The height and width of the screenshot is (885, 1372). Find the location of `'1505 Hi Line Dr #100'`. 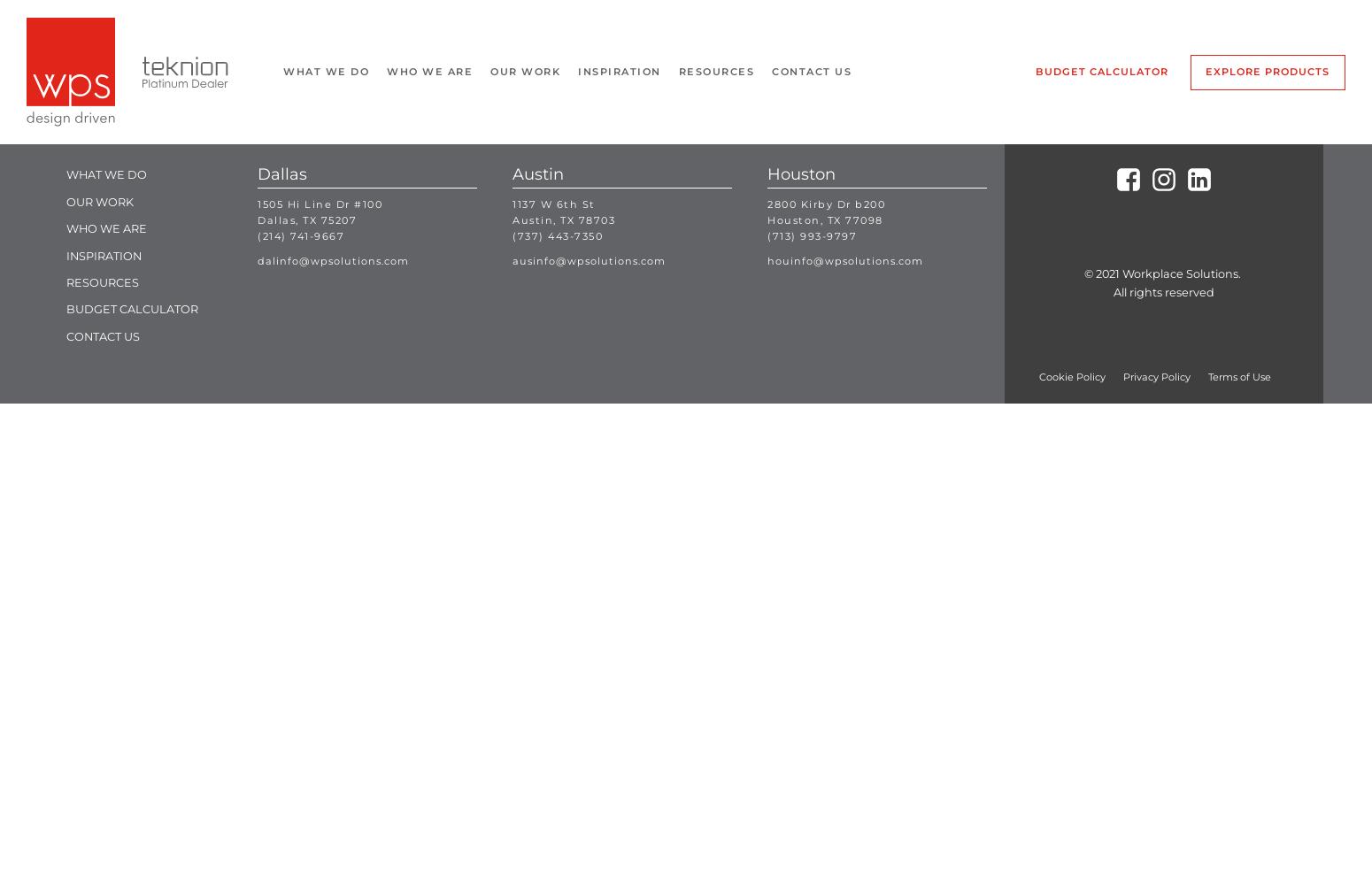

'1505 Hi Line Dr #100' is located at coordinates (319, 203).